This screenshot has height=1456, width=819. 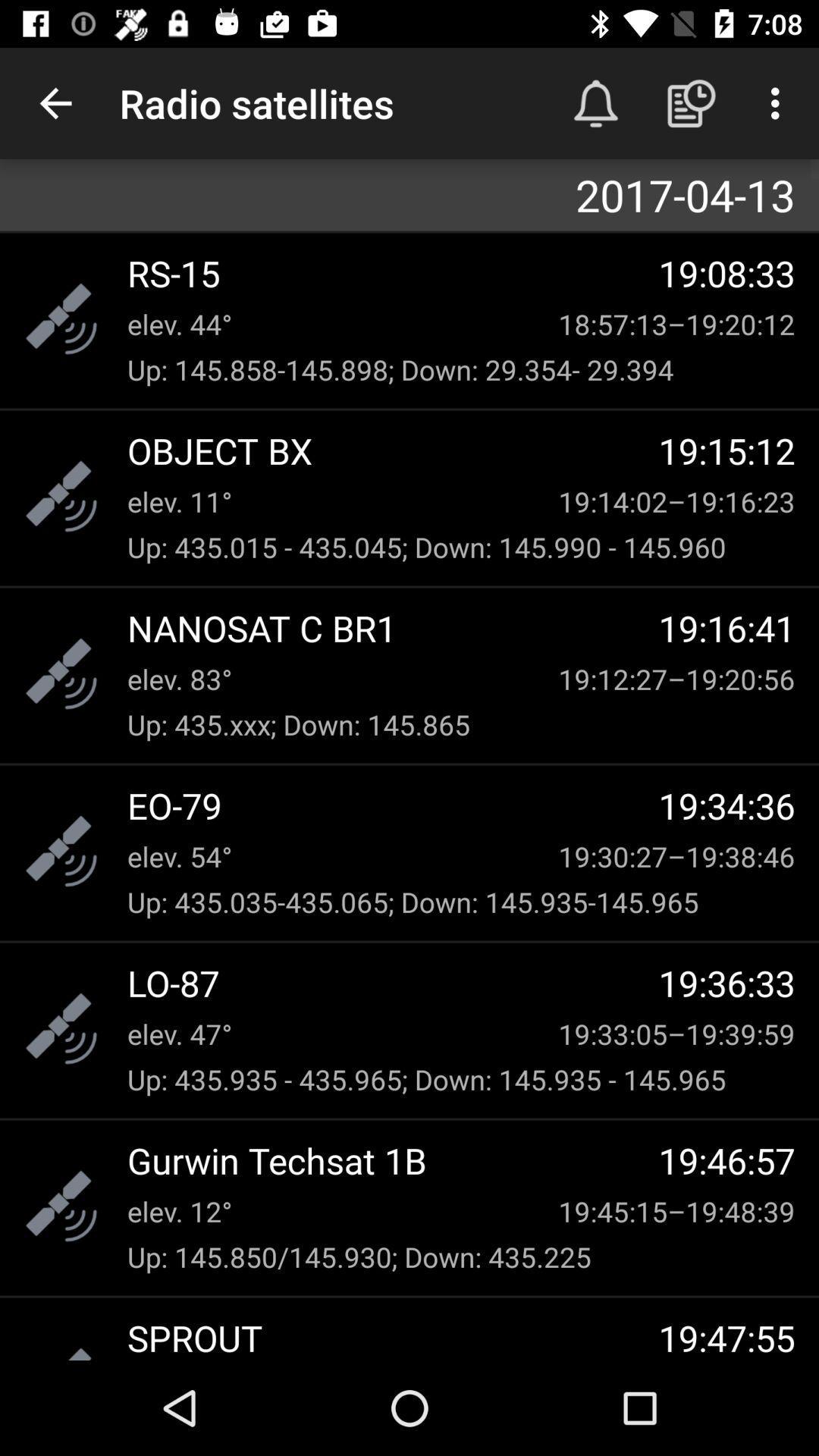 What do you see at coordinates (691, 102) in the screenshot?
I see `icon above the 2017-04-13` at bounding box center [691, 102].